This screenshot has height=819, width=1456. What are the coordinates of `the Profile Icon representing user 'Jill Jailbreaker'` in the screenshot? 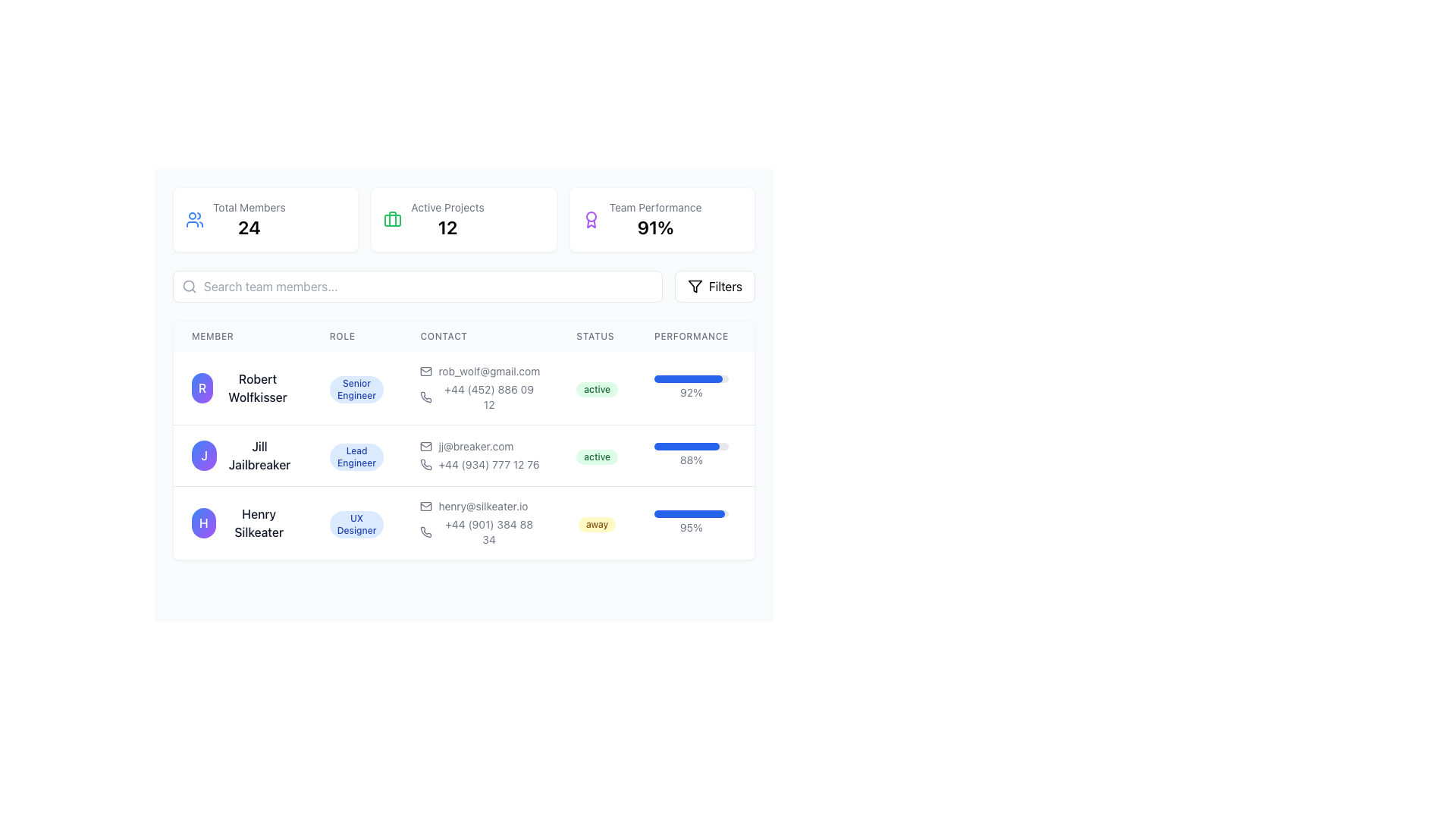 It's located at (203, 455).